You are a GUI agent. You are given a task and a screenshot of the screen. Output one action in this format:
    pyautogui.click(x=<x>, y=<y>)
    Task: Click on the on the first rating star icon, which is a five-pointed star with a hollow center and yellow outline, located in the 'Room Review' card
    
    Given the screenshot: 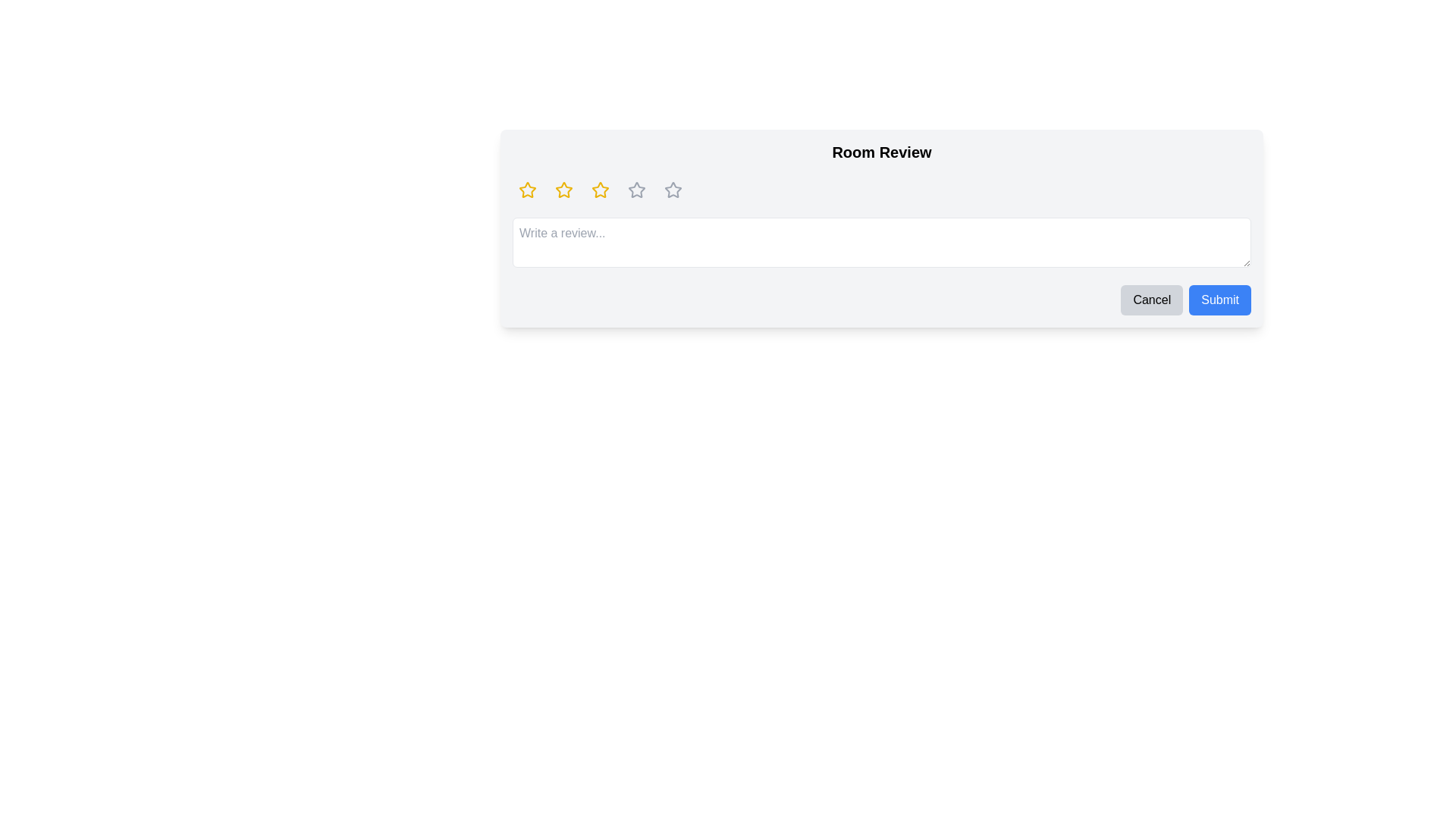 What is the action you would take?
    pyautogui.click(x=528, y=189)
    